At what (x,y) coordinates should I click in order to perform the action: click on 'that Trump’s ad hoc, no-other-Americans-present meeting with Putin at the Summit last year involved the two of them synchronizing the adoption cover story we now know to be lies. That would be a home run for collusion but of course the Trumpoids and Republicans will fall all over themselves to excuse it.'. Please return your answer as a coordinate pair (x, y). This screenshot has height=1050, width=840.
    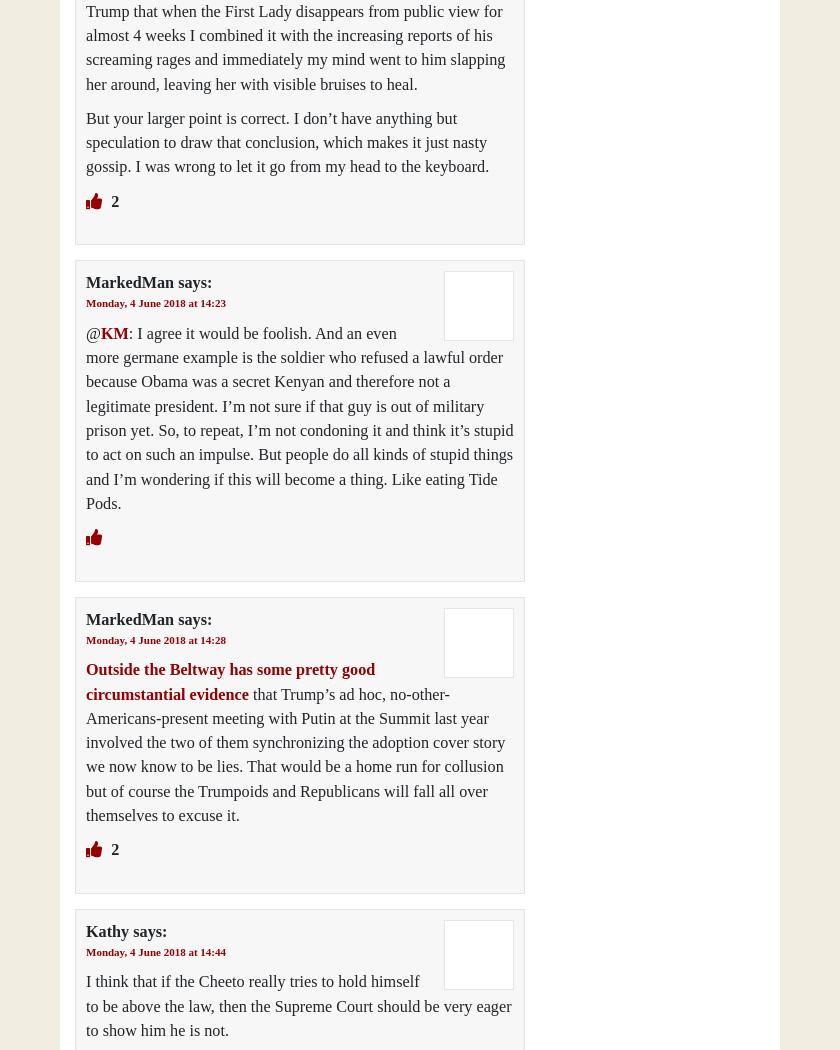
    Looking at the image, I should click on (86, 754).